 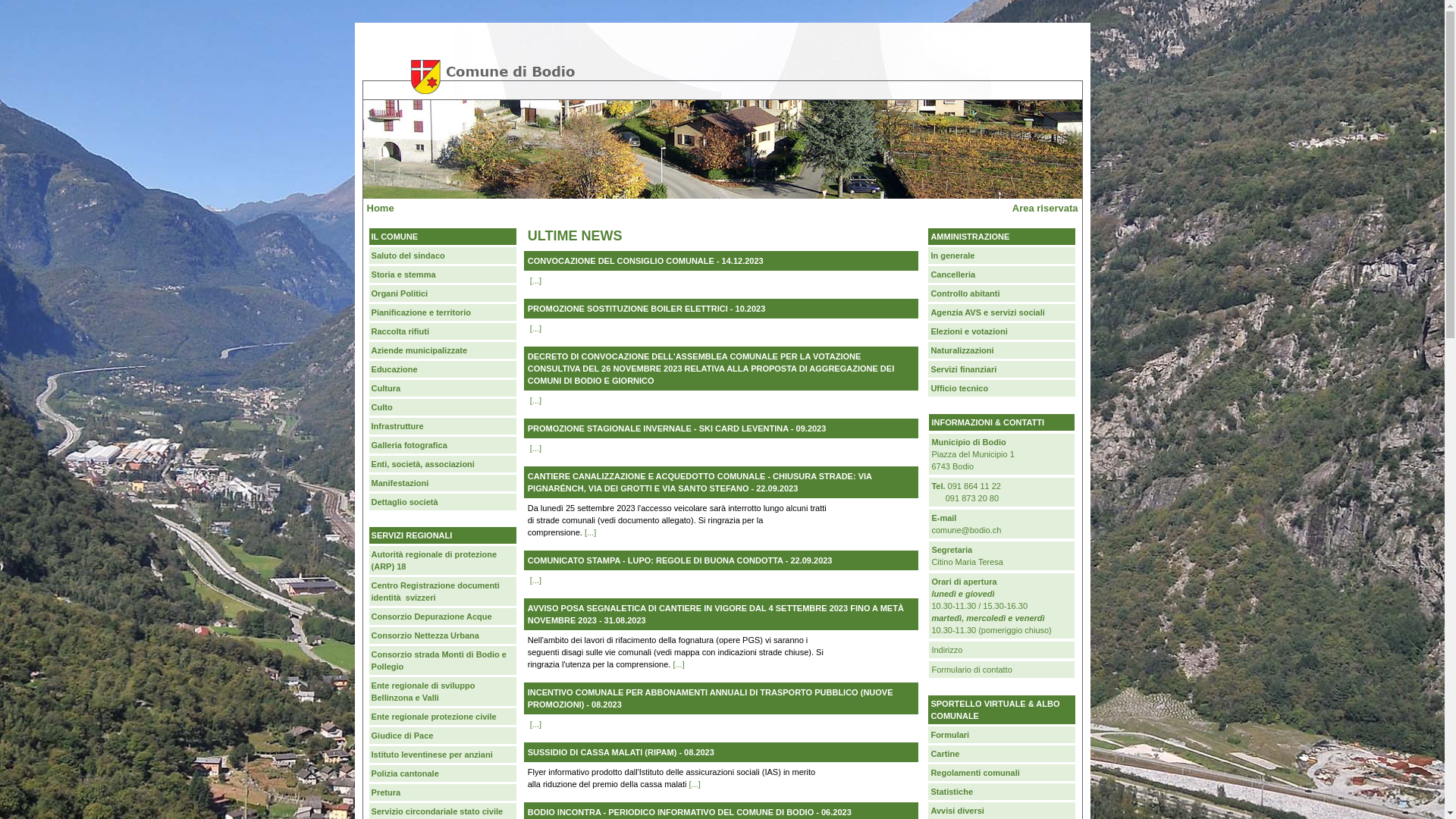 What do you see at coordinates (442, 426) in the screenshot?
I see `'Infrastrutture'` at bounding box center [442, 426].